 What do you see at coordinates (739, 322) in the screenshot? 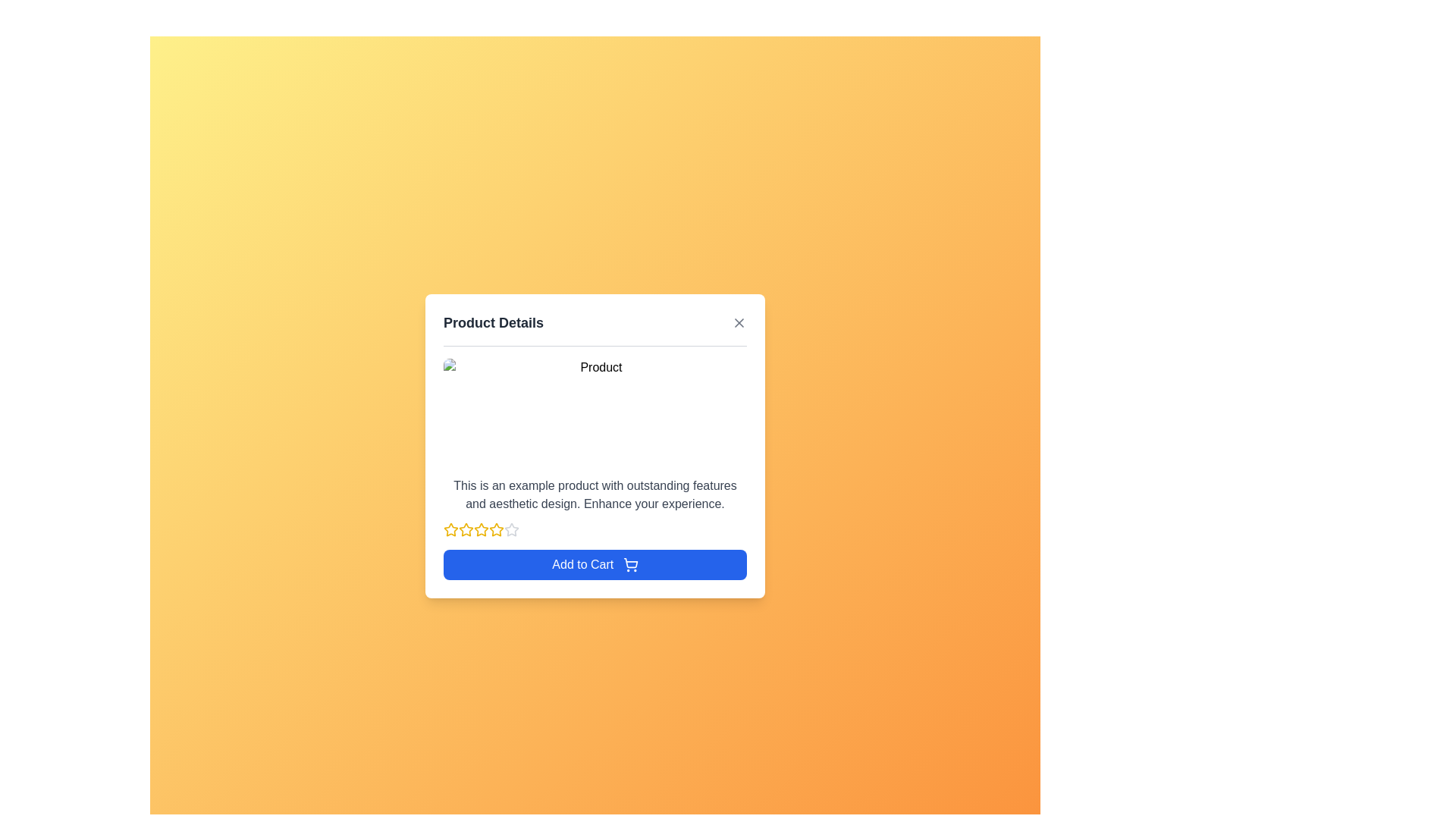
I see `the Close icon, represented by a diagonal cross, located at the top-right corner of the 'Product Details' dialog box` at bounding box center [739, 322].